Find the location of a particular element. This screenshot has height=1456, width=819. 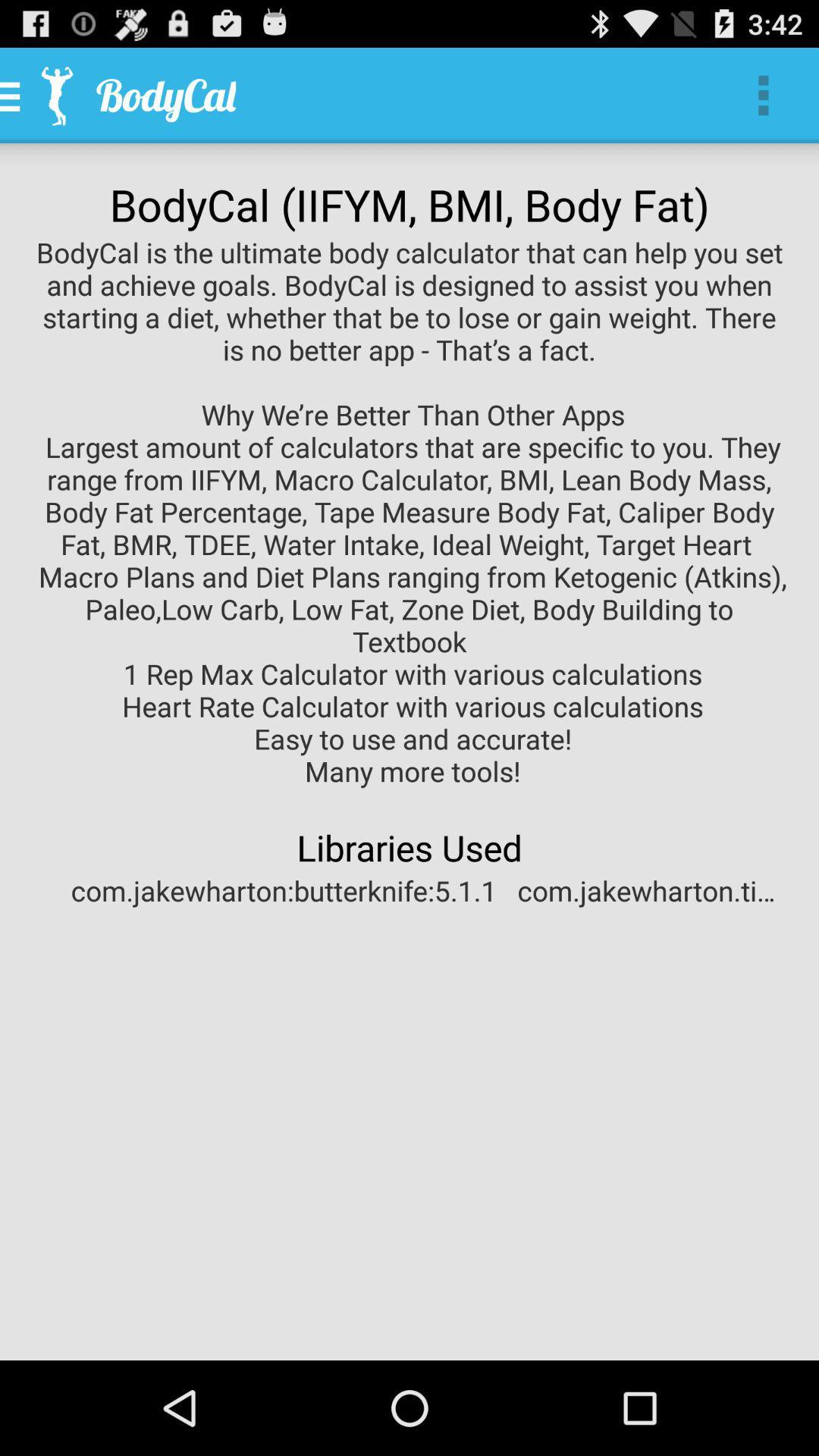

icon at the top right corner is located at coordinates (763, 94).